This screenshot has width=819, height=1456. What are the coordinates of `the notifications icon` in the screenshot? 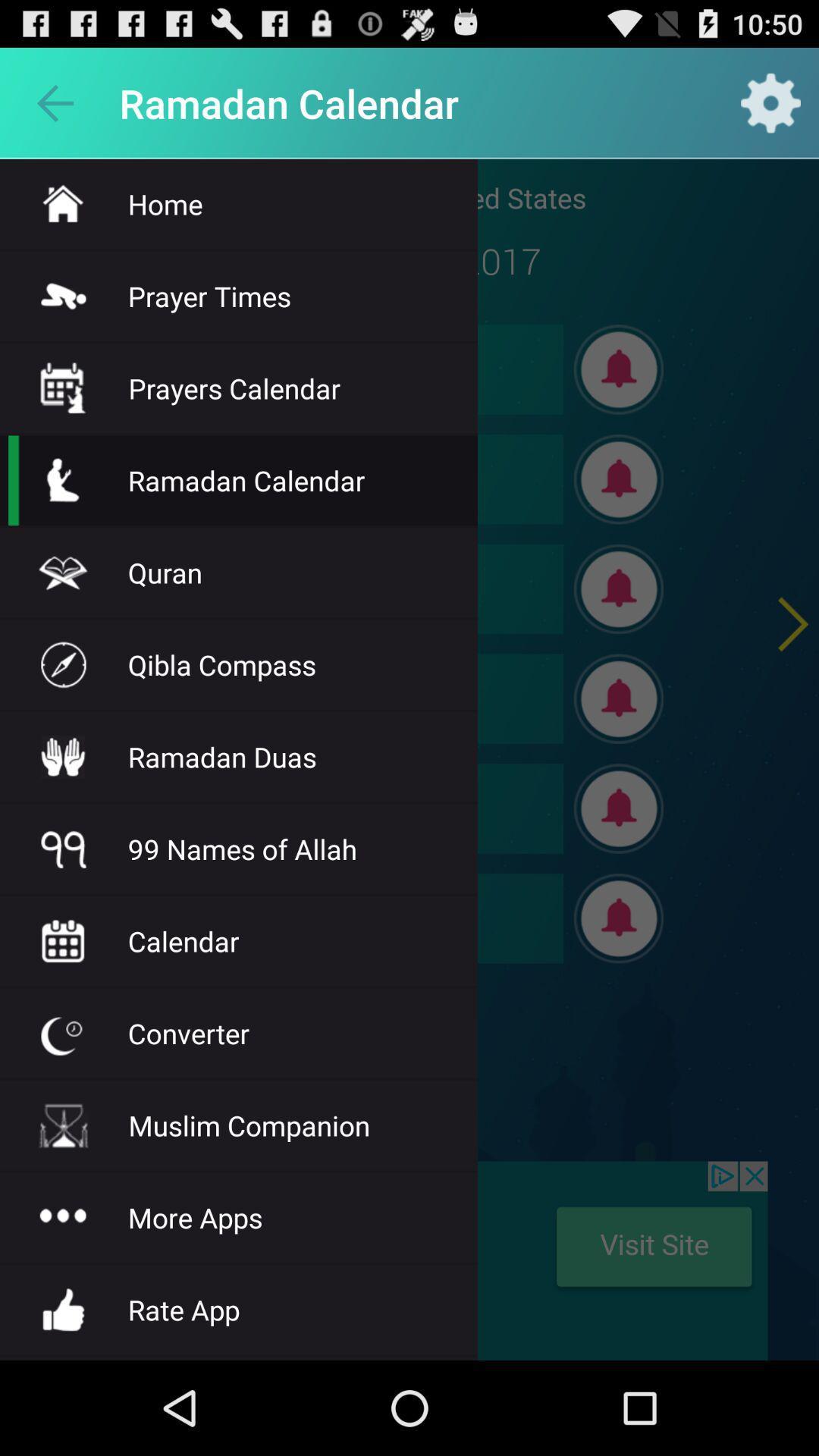 It's located at (619, 865).